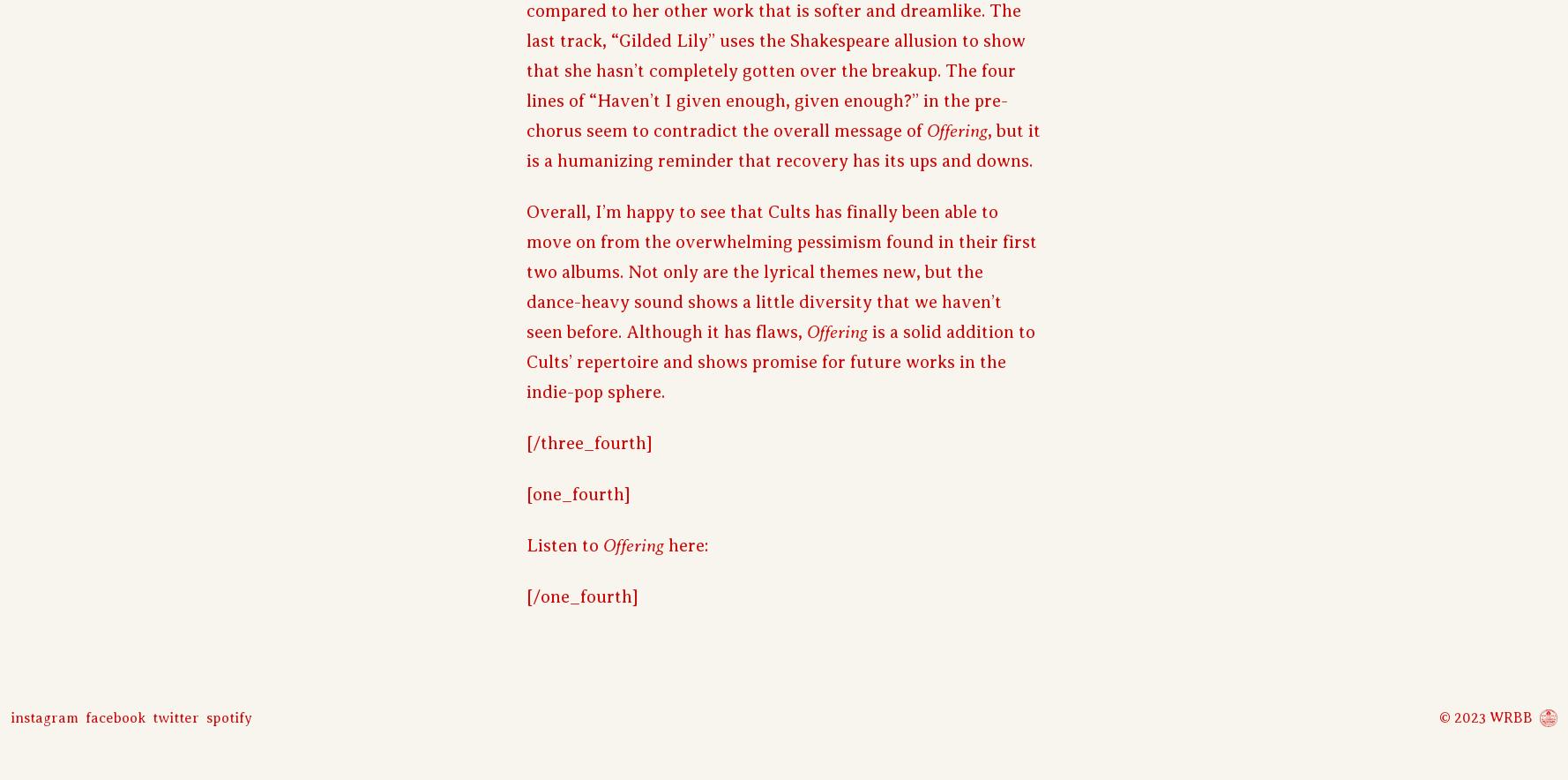 The width and height of the screenshot is (1568, 780). What do you see at coordinates (152, 717) in the screenshot?
I see `'twitter'` at bounding box center [152, 717].